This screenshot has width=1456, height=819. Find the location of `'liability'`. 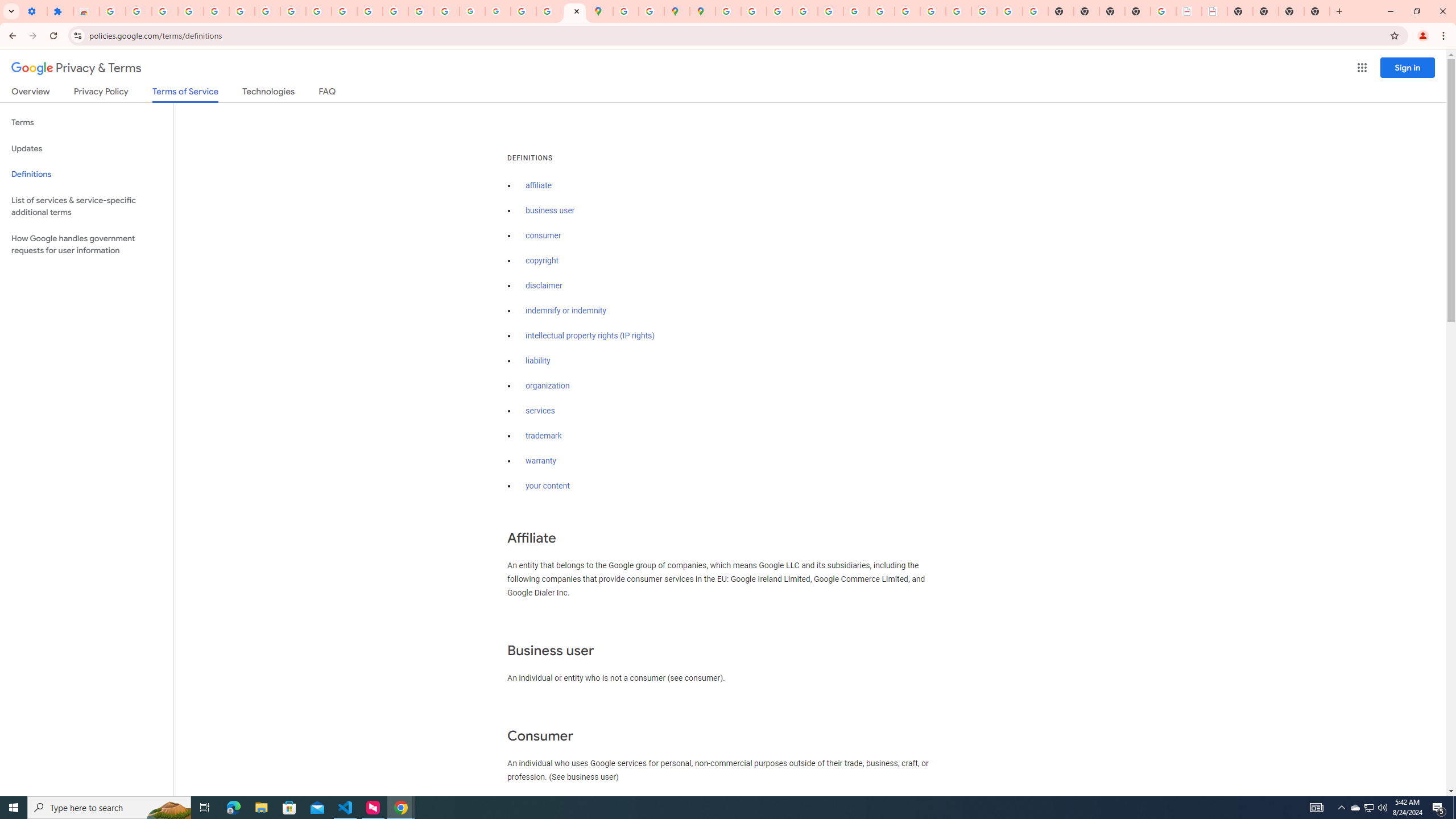

'liability' is located at coordinates (537, 361).